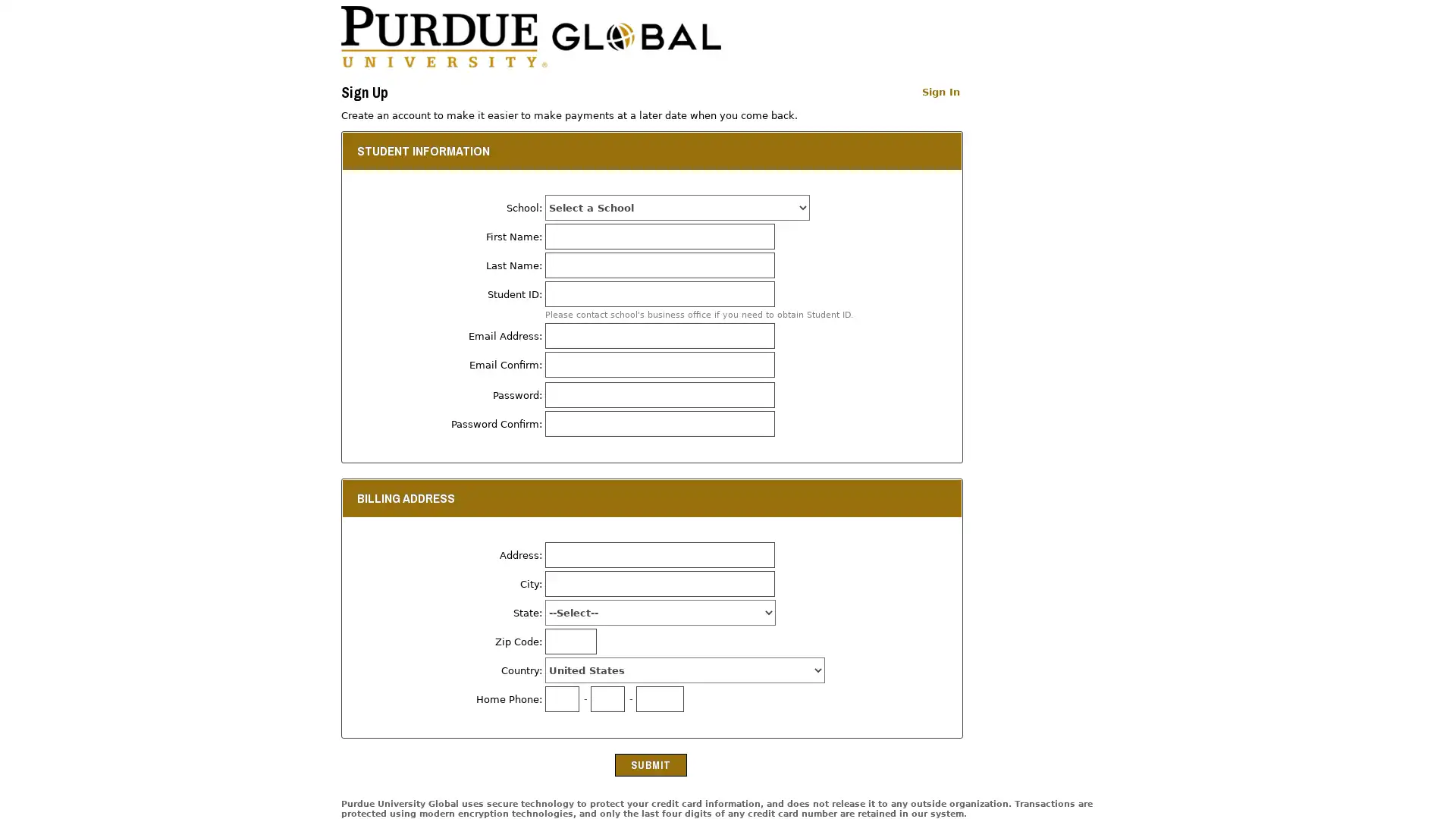 Image resolution: width=1456 pixels, height=819 pixels. I want to click on Submit, so click(650, 765).